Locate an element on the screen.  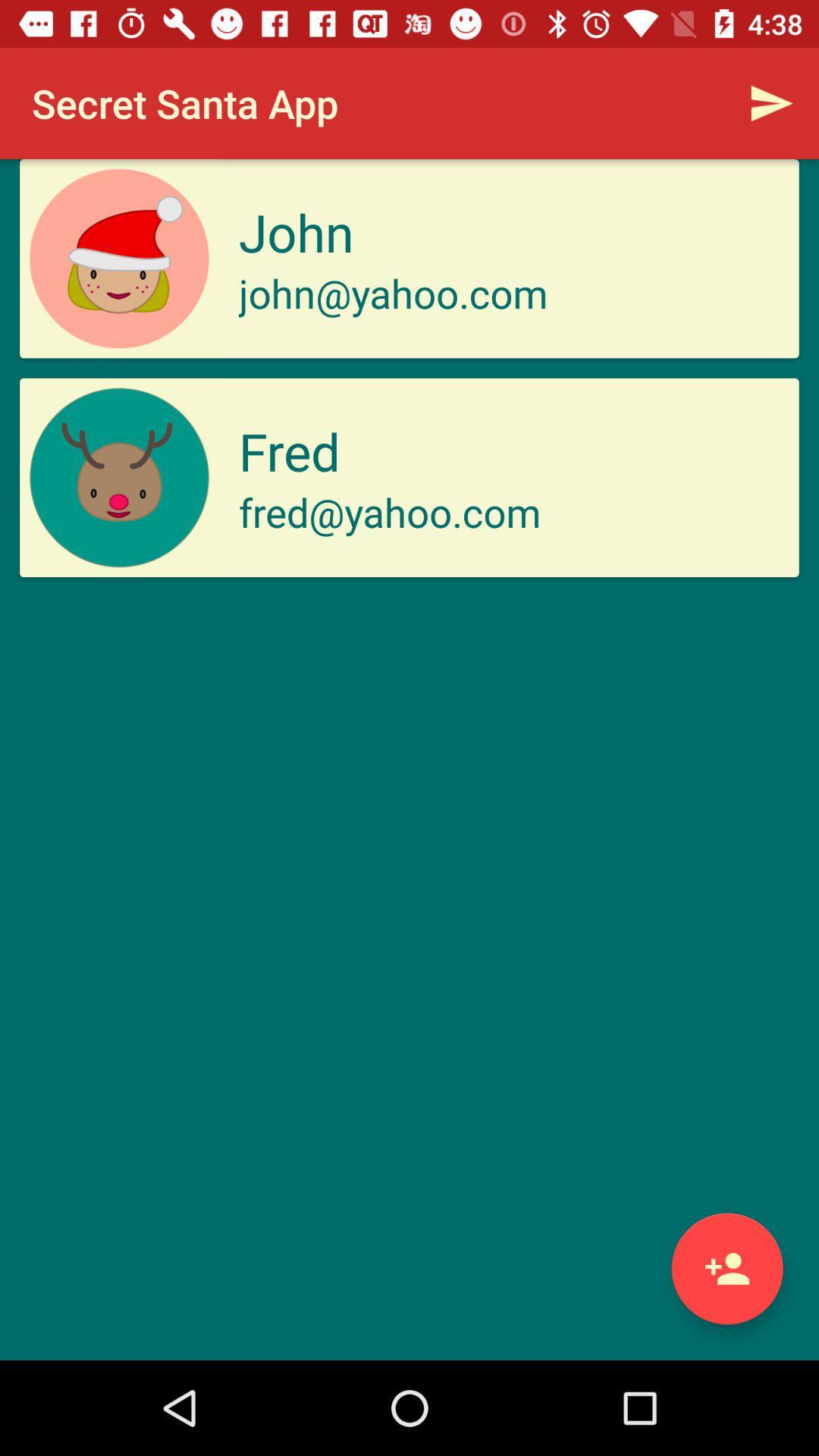
the icon to the right of secret santa app icon is located at coordinates (771, 102).